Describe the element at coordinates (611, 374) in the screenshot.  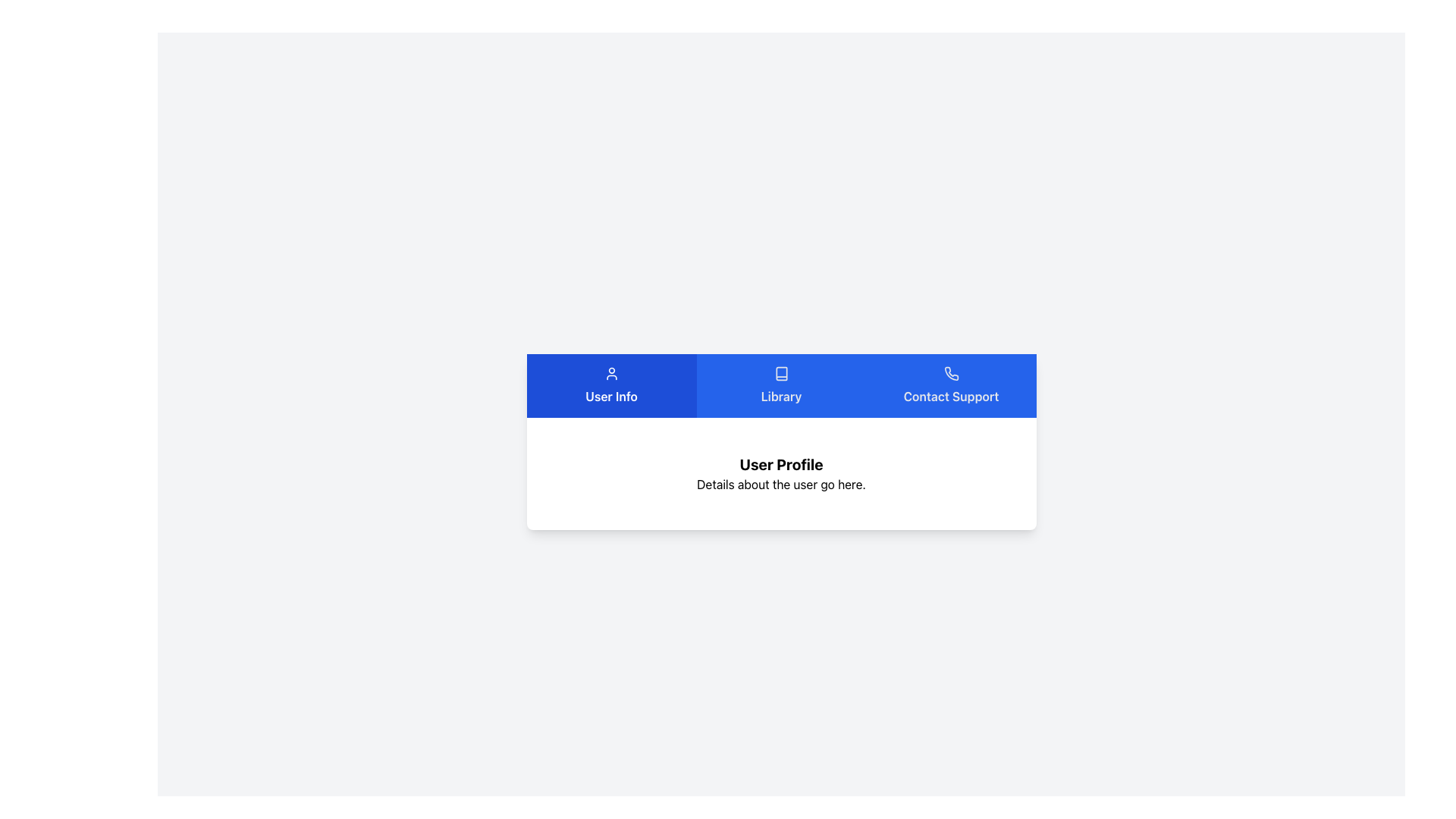
I see `the user profile icon in the top navigation bar by moving the keyboard focus to it` at that location.